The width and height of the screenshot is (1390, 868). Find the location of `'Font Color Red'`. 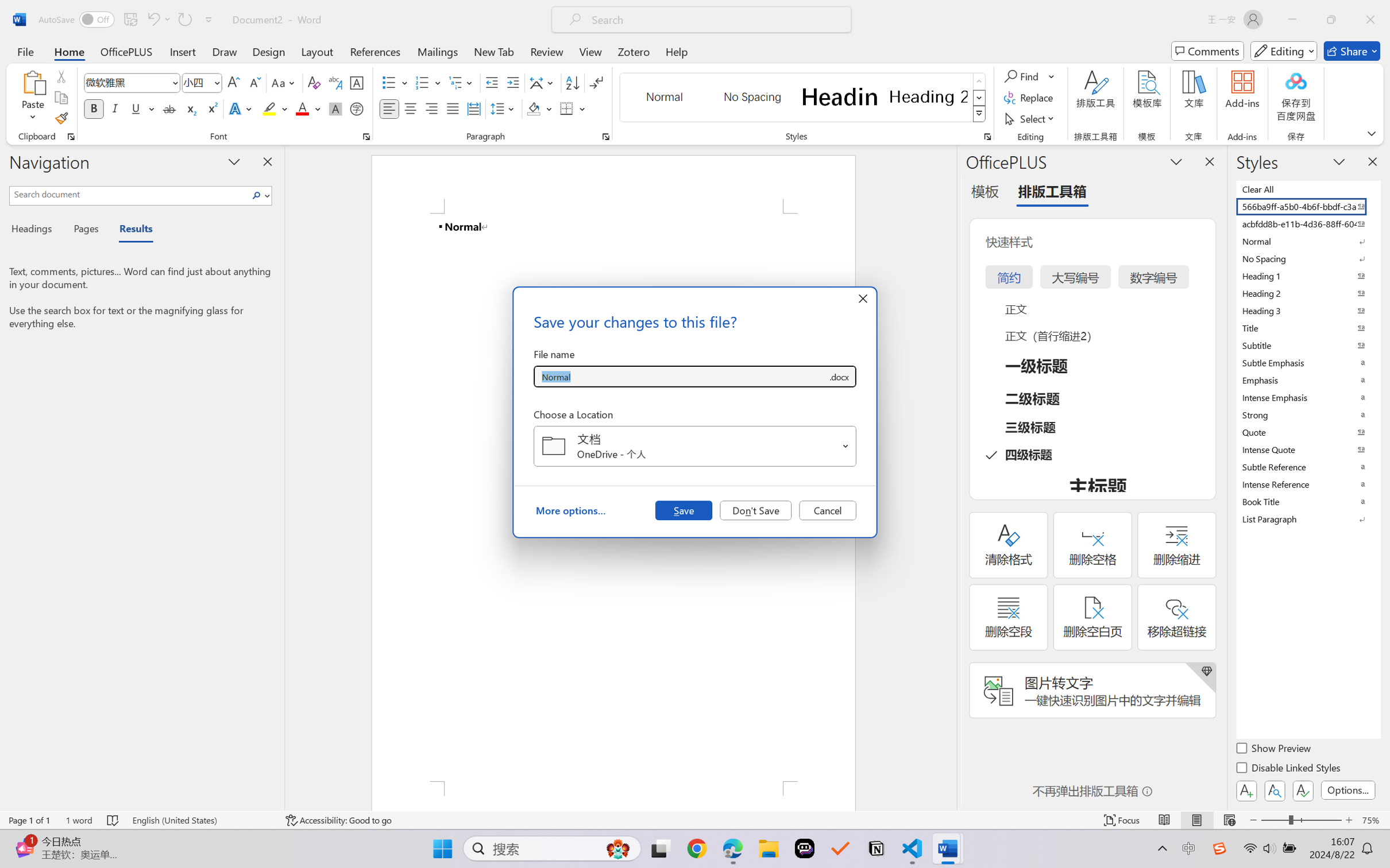

'Font Color Red' is located at coordinates (303, 108).